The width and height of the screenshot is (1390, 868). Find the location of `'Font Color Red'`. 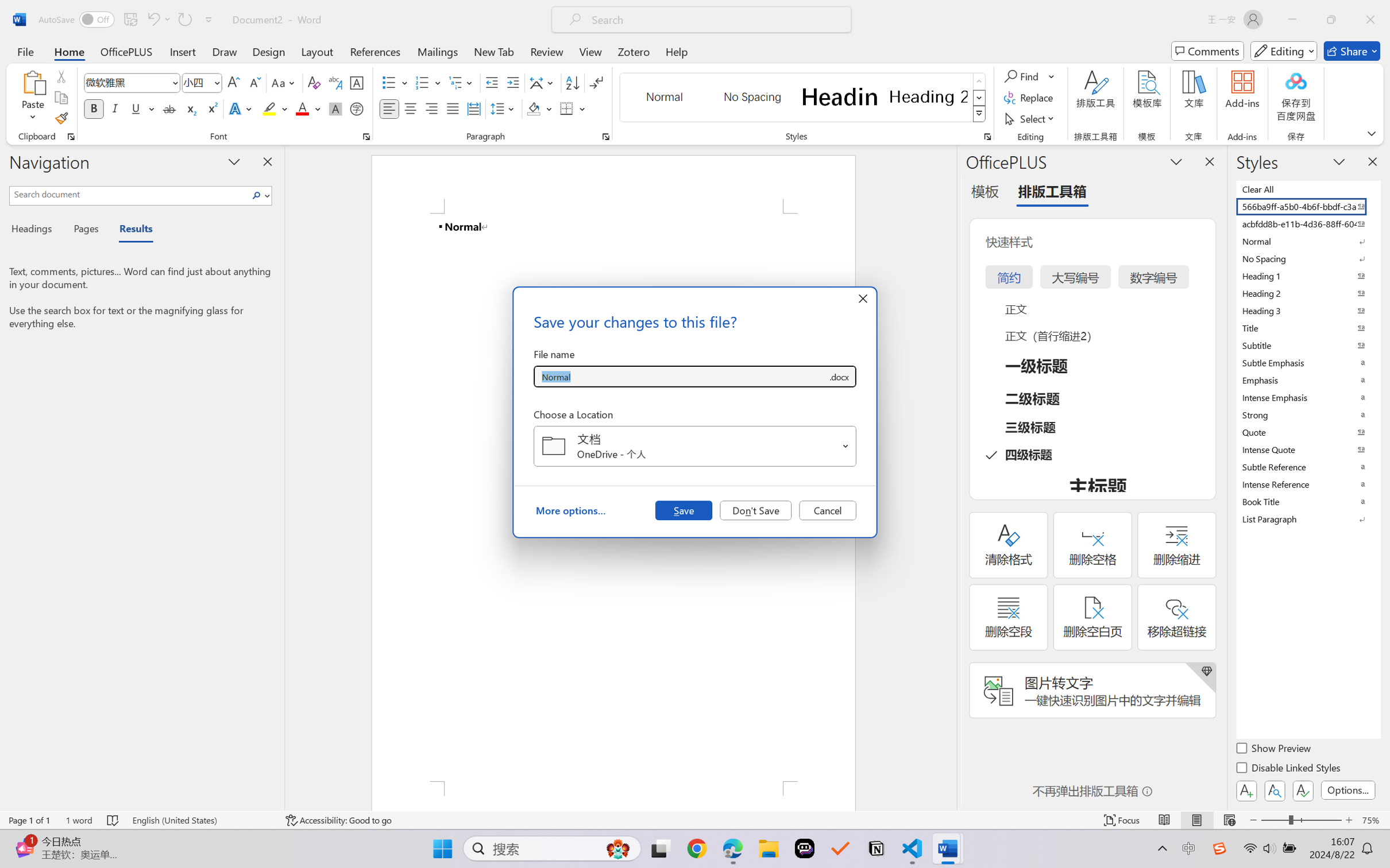

'Font Color Red' is located at coordinates (303, 108).